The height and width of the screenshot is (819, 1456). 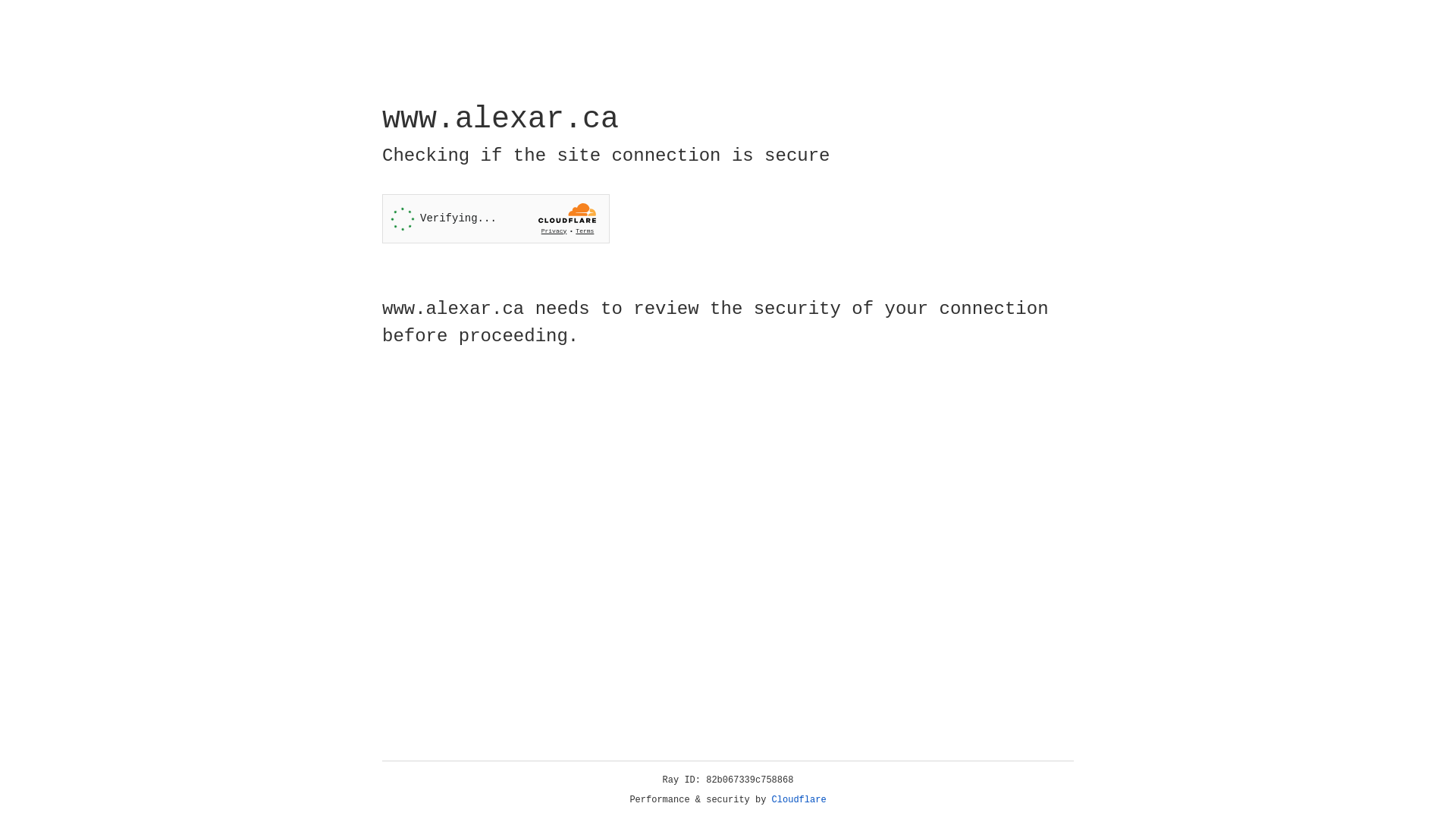 I want to click on 'Cloudflare', so click(x=771, y=799).